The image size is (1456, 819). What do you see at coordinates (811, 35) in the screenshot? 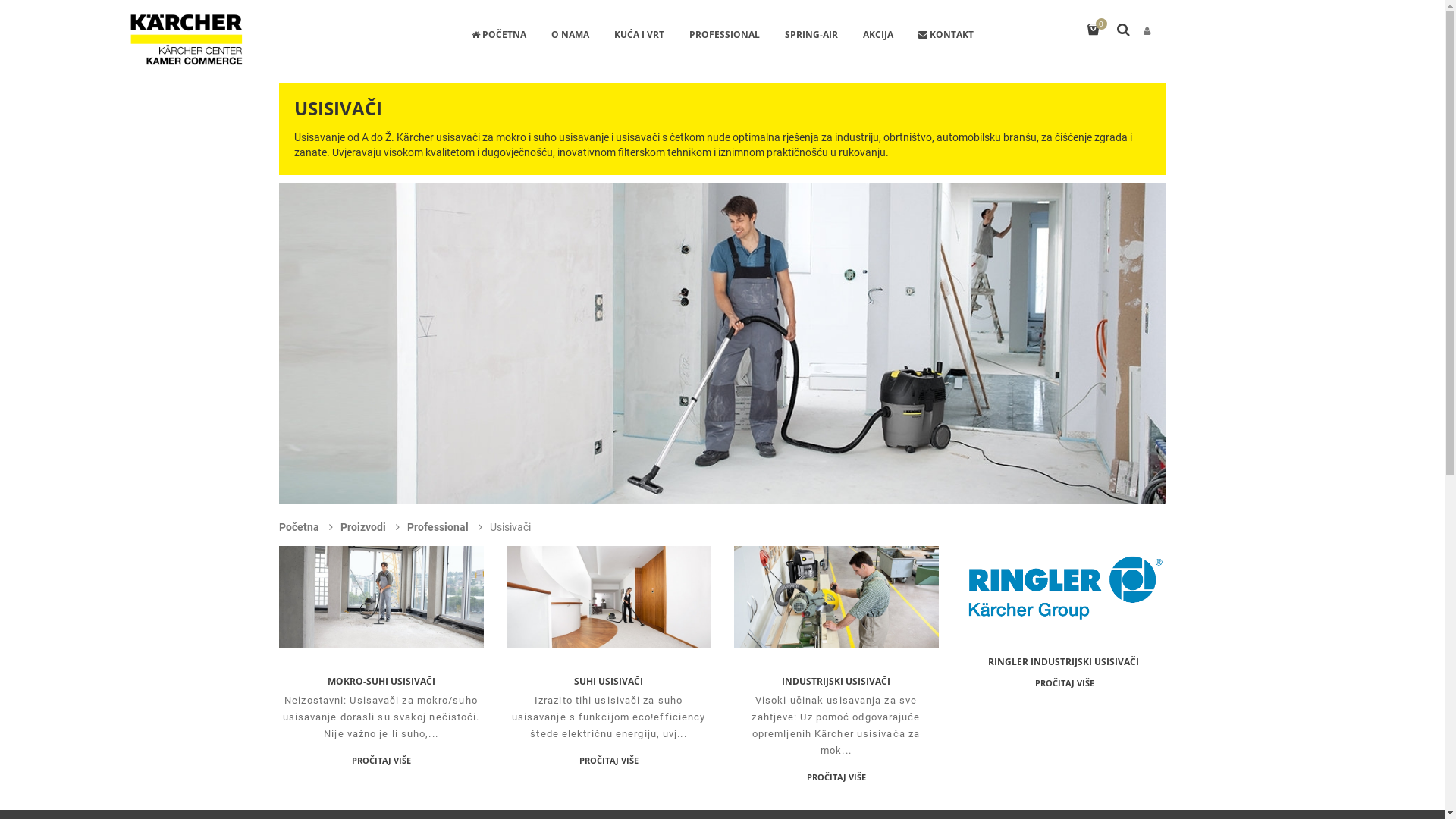
I see `'SPRING-AIR'` at bounding box center [811, 35].